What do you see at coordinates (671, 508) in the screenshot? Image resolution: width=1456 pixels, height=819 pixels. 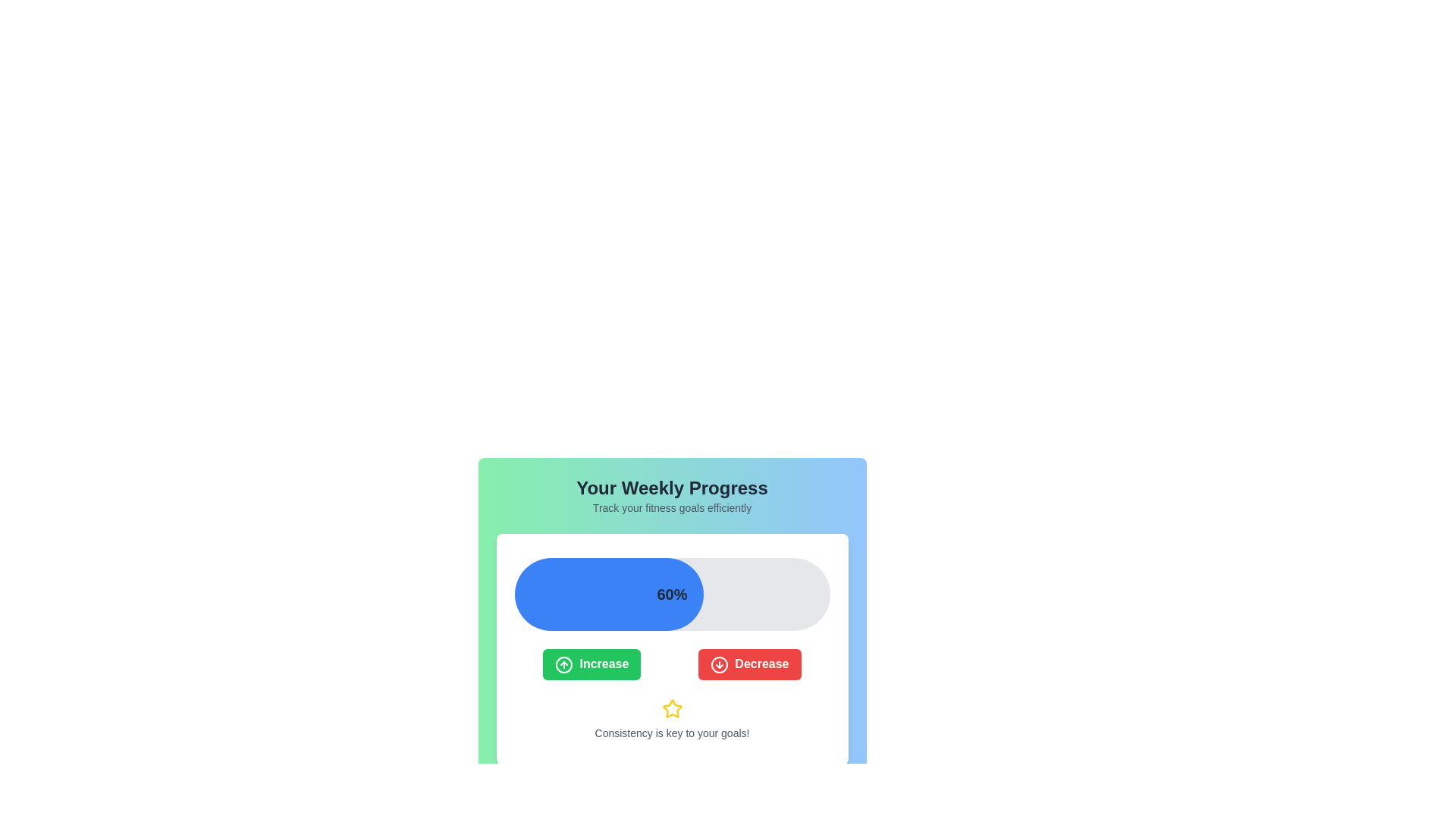 I see `the second line of static text located immediately below the title 'Your Weekly Progress', which provides guidance on the displayed data` at bounding box center [671, 508].